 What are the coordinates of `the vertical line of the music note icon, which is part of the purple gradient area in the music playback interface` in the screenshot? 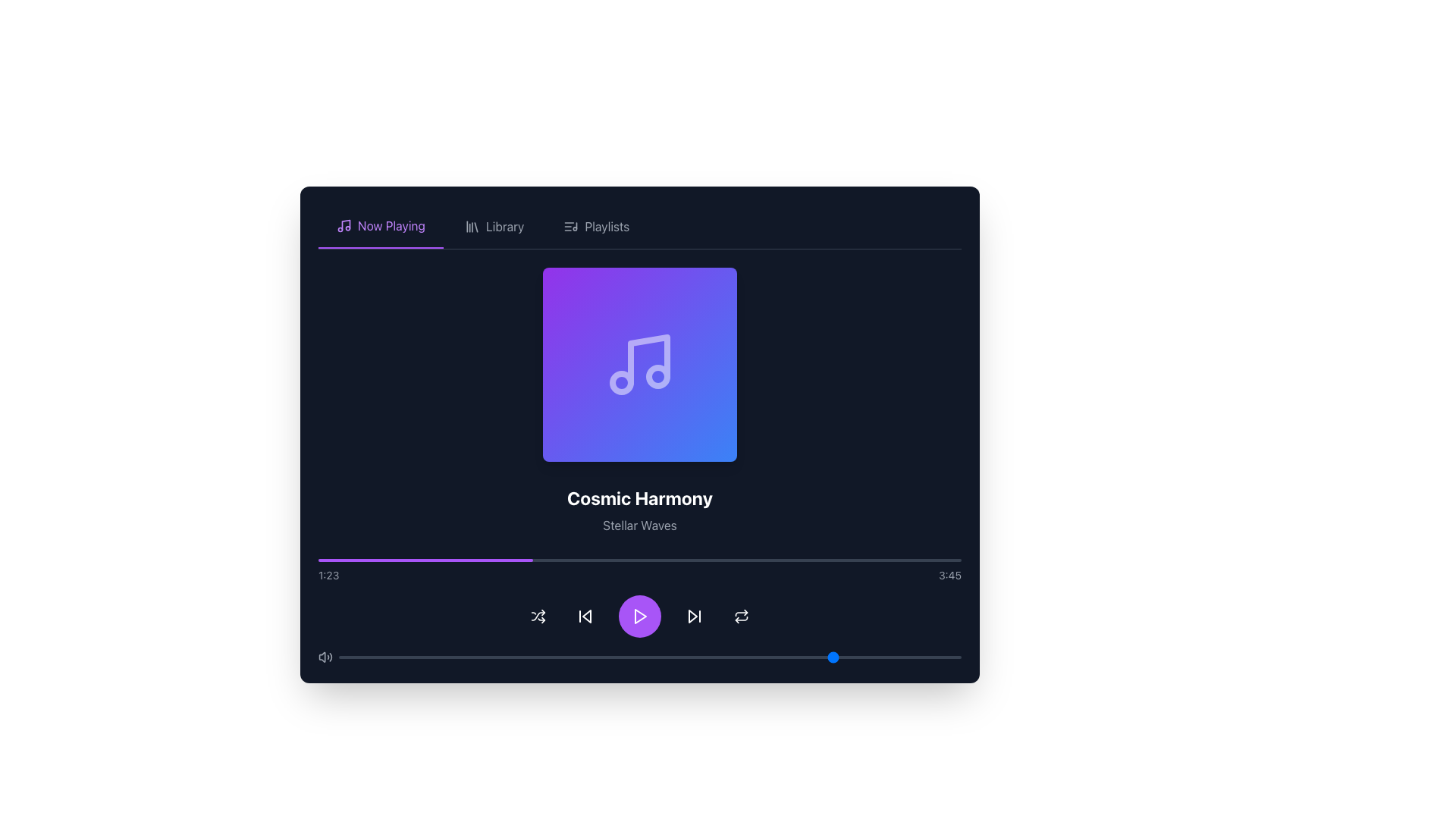 It's located at (648, 359).